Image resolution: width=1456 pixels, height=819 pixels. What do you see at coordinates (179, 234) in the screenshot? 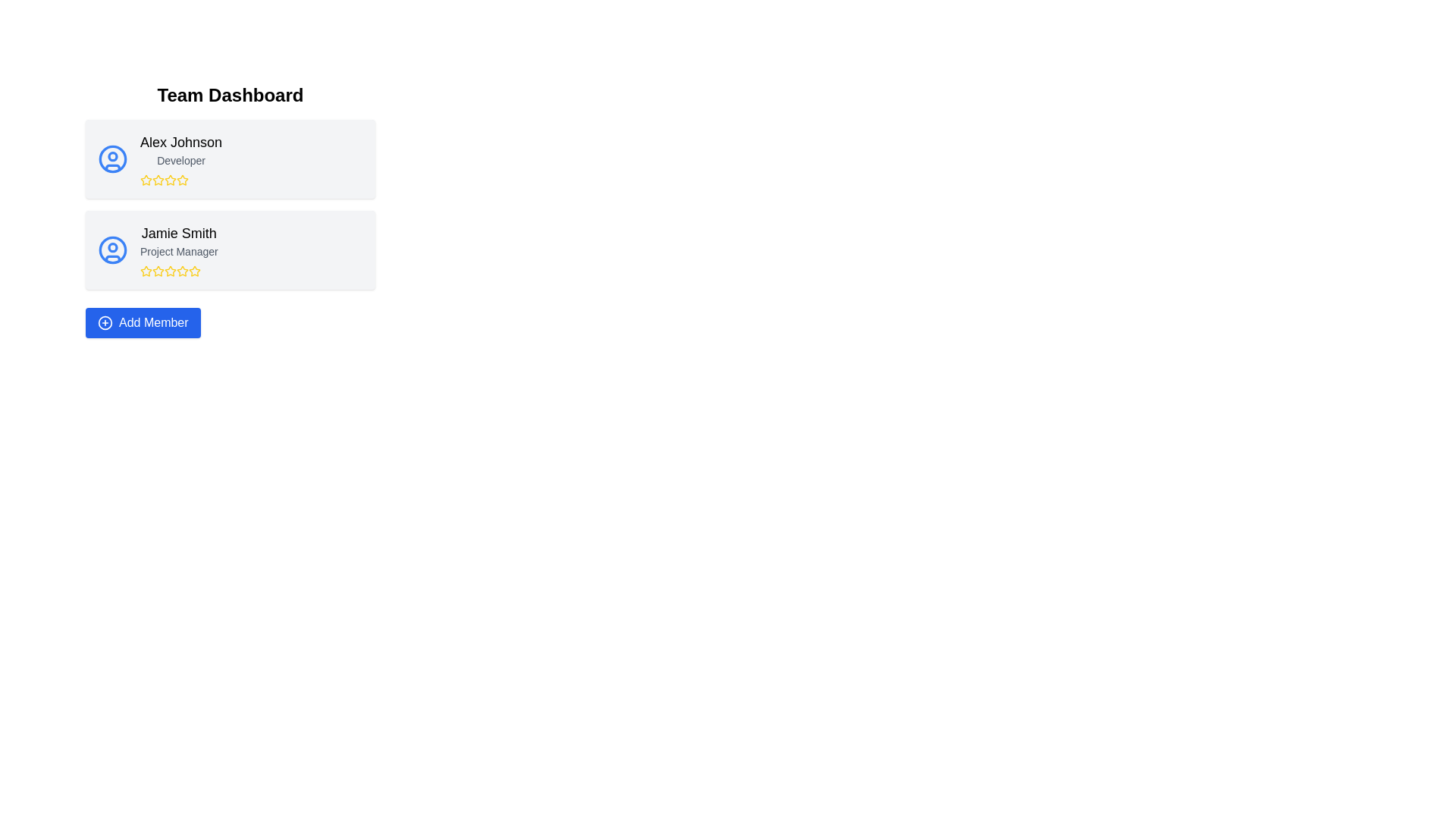
I see `the 'Jamie Smith' text label element, which is styled with a larger font size and bold formatting, located in the second card under 'Team Dashboard', above the smaller 'Project Manager' text` at bounding box center [179, 234].